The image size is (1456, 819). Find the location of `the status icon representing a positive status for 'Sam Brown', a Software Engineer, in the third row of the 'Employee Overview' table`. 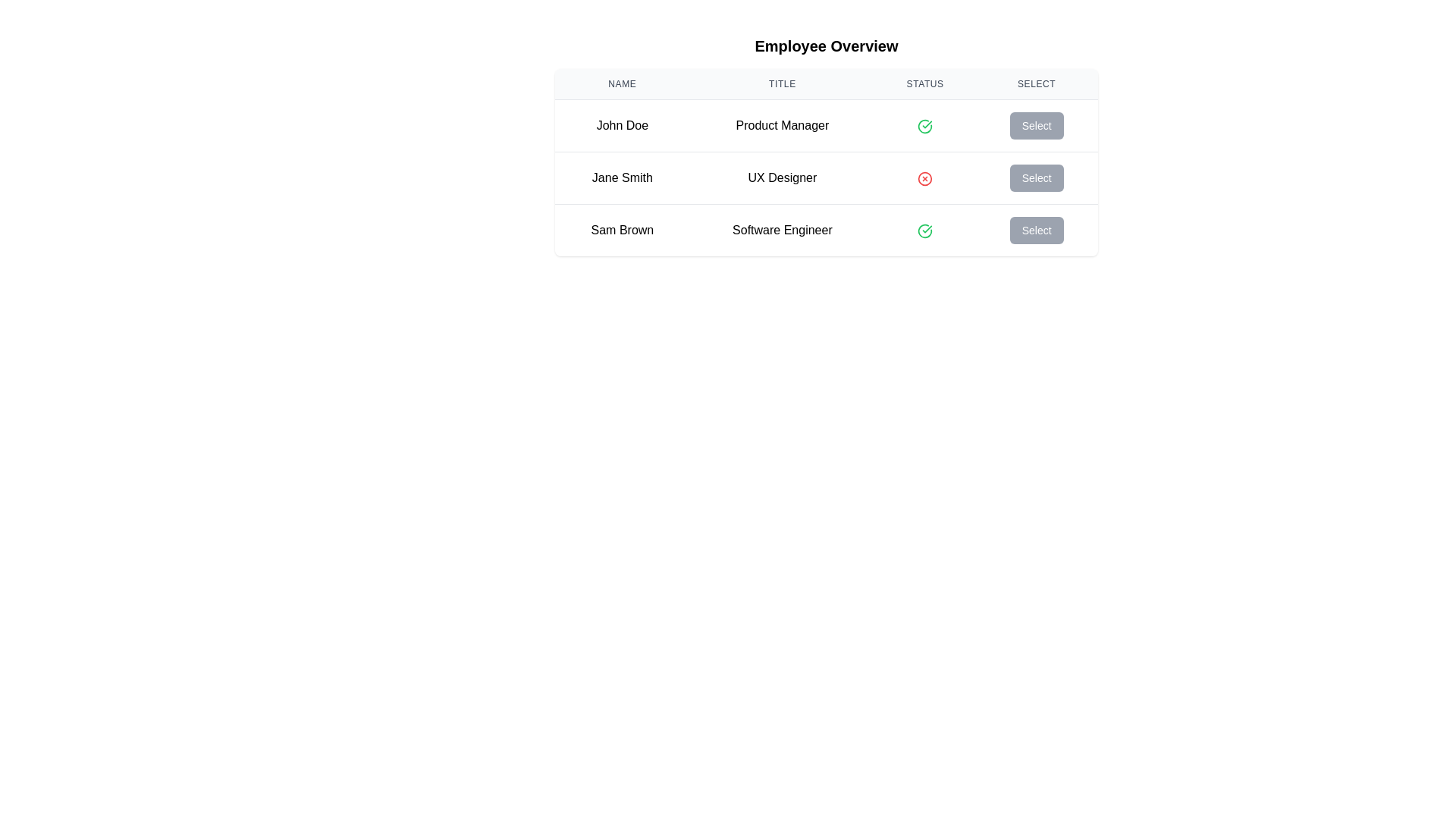

the status icon representing a positive status for 'Sam Brown', a Software Engineer, in the third row of the 'Employee Overview' table is located at coordinates (924, 125).